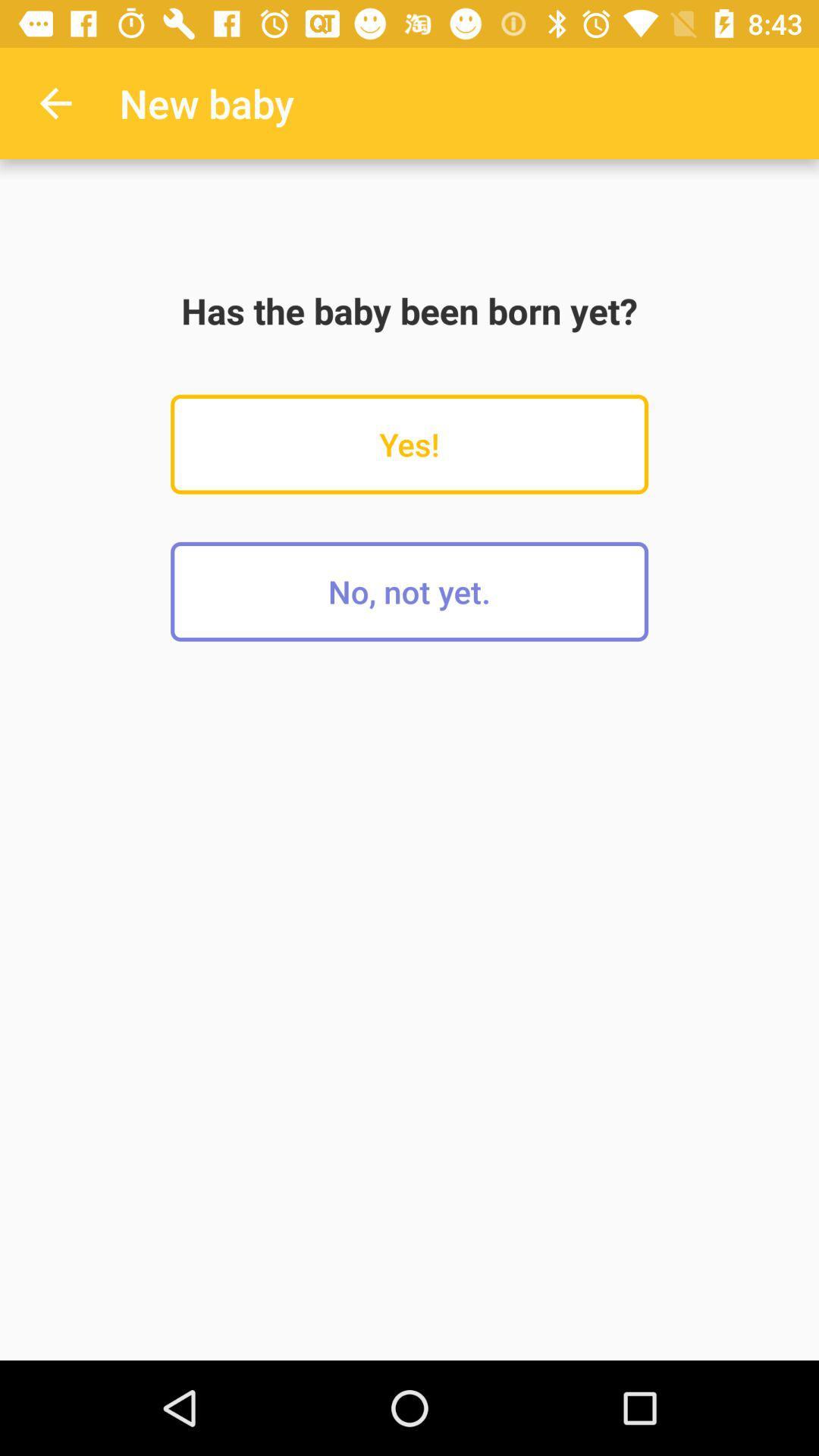  Describe the element at coordinates (55, 102) in the screenshot. I see `the icon next to the new baby icon` at that location.